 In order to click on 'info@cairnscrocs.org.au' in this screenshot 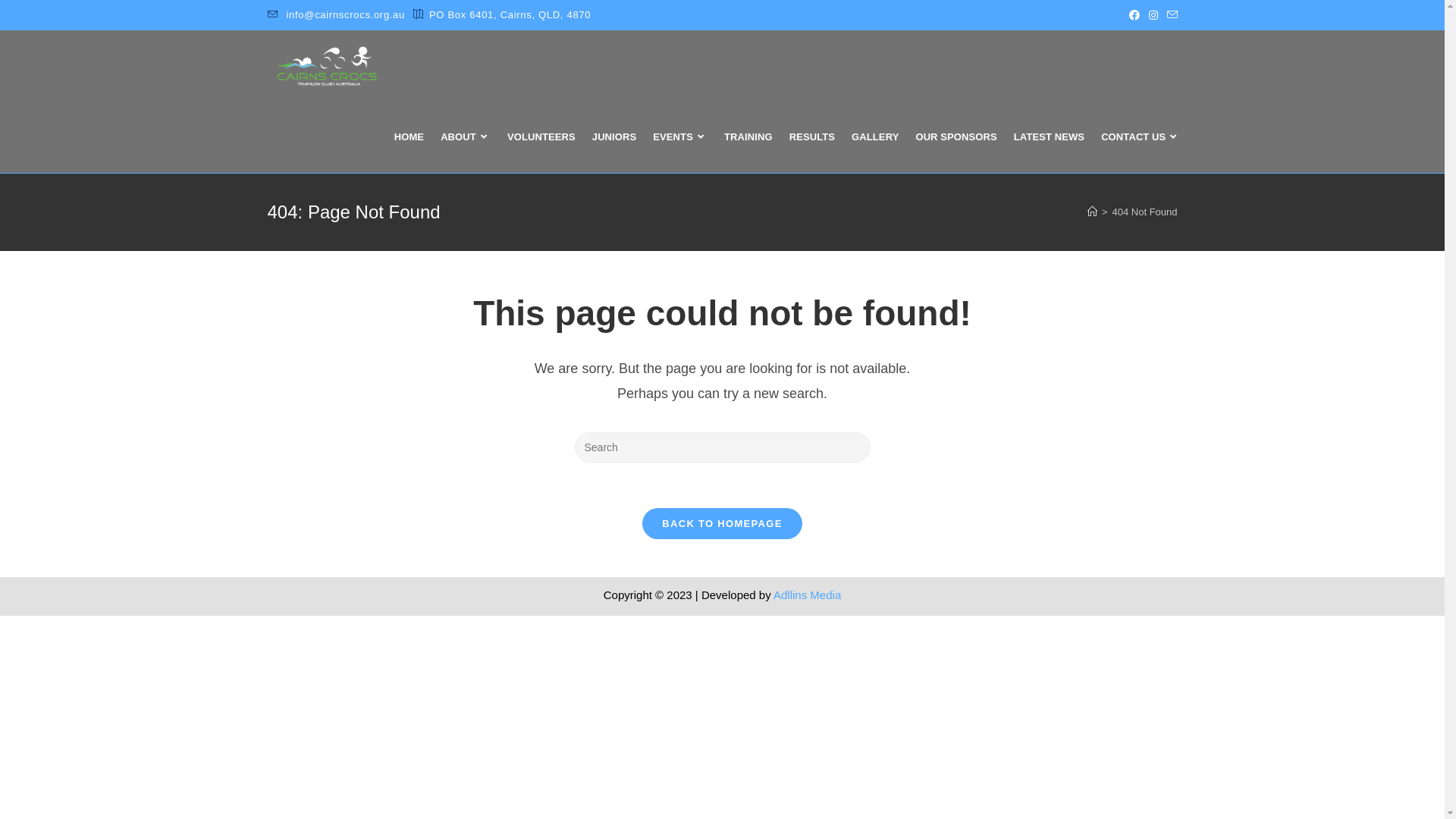, I will do `click(345, 14)`.